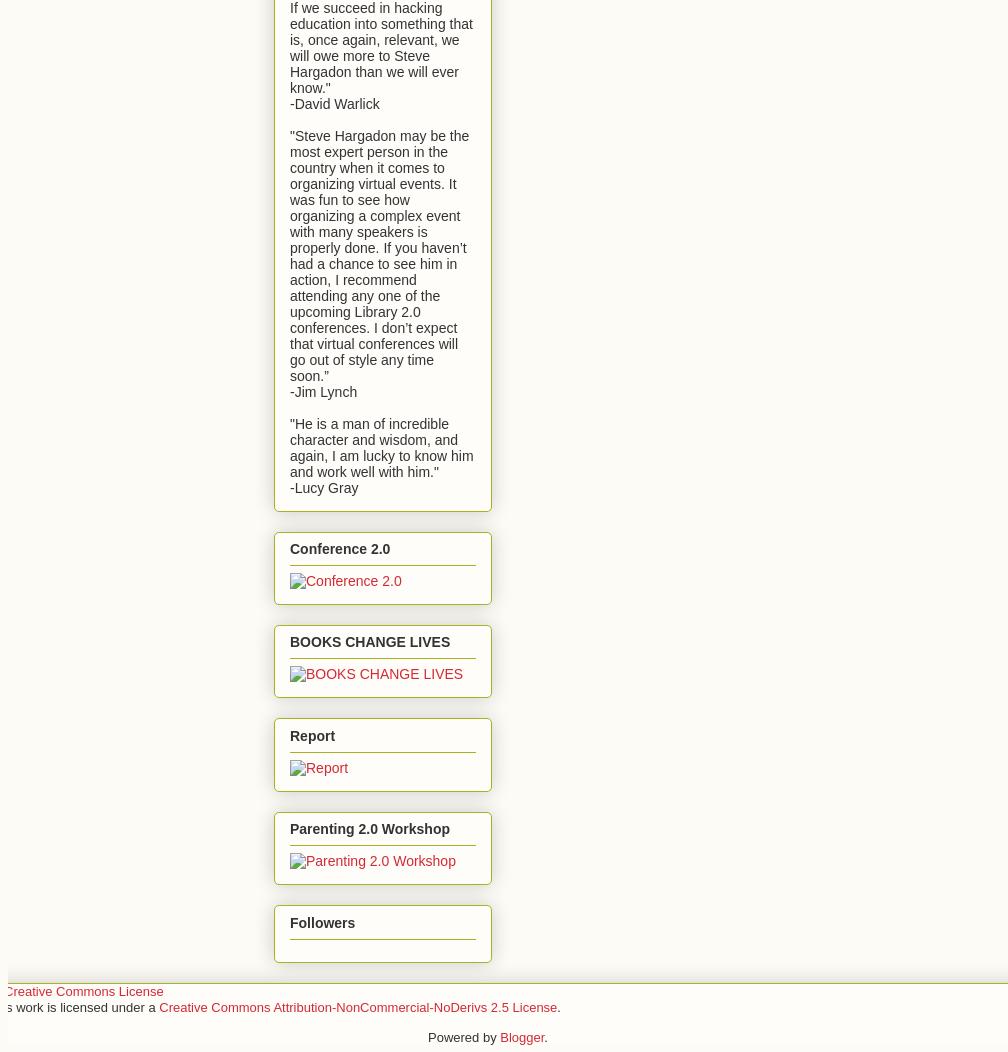  What do you see at coordinates (522, 1035) in the screenshot?
I see `'Blogger'` at bounding box center [522, 1035].